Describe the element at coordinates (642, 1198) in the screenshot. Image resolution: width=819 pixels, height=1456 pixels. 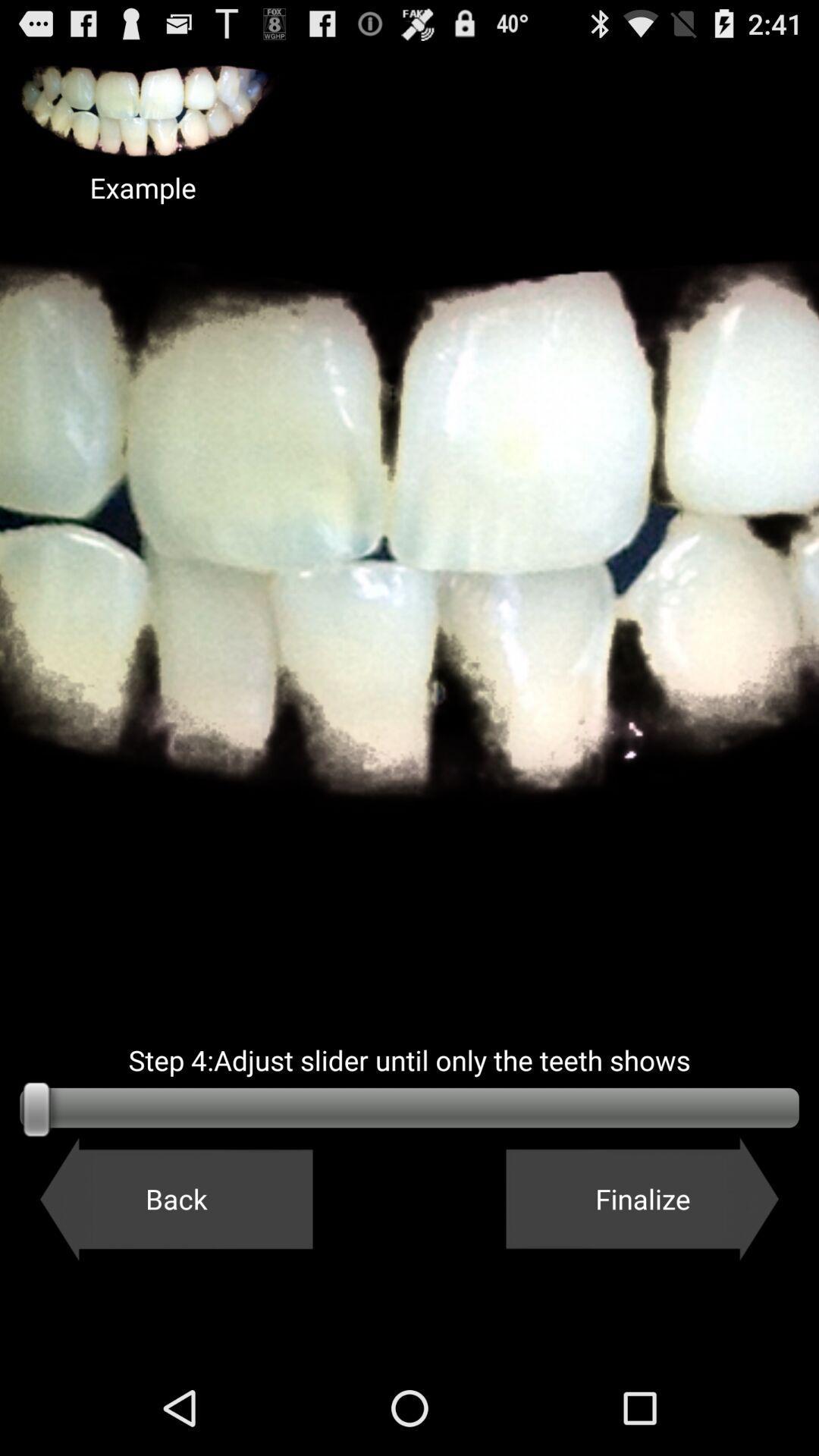
I see `the finalize icon` at that location.